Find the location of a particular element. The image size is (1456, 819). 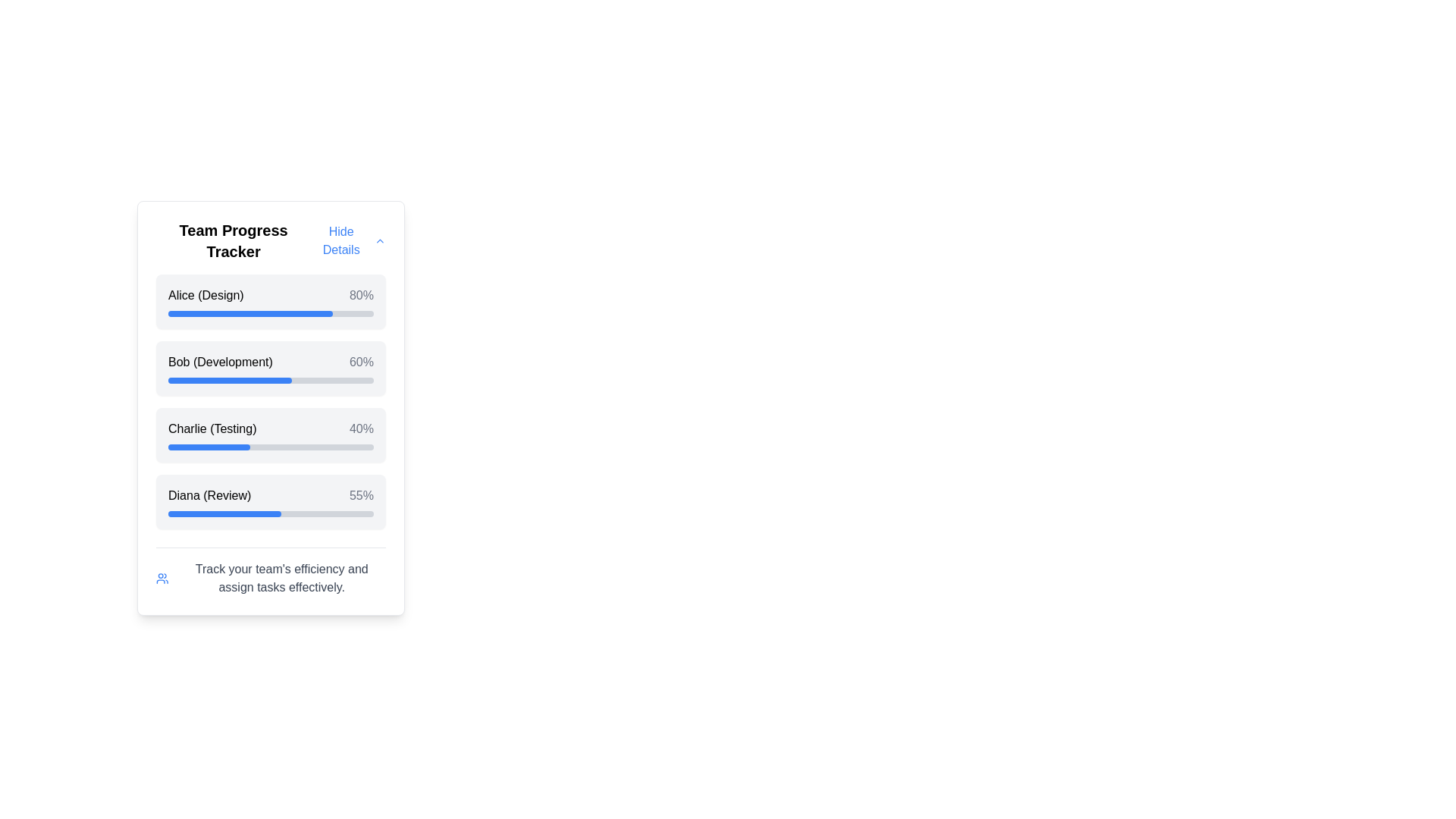

the text display element showing 'Bob (Development)' and '60%' for reading is located at coordinates (271, 362).